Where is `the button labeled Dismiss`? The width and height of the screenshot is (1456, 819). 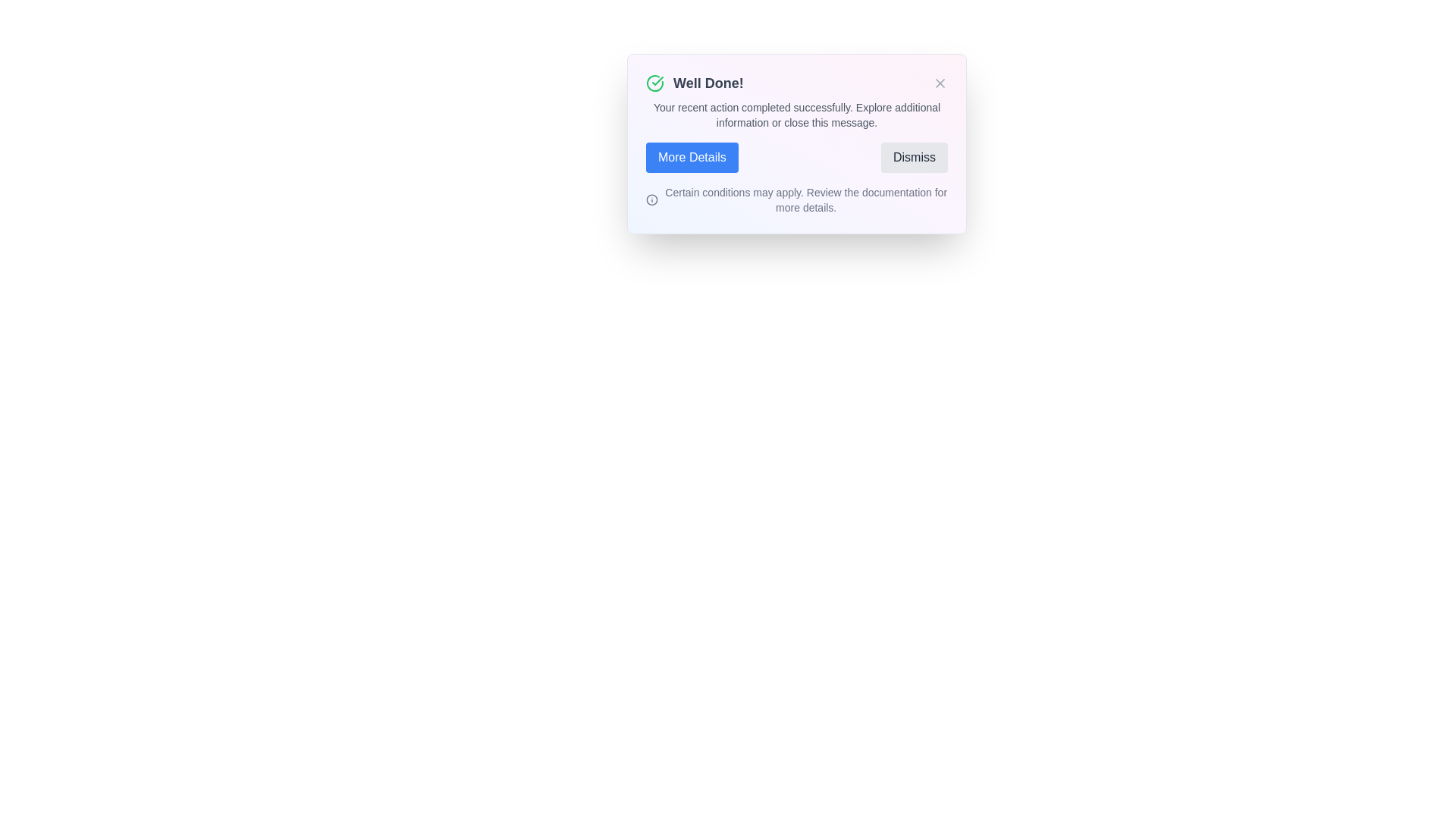 the button labeled Dismiss is located at coordinates (913, 158).